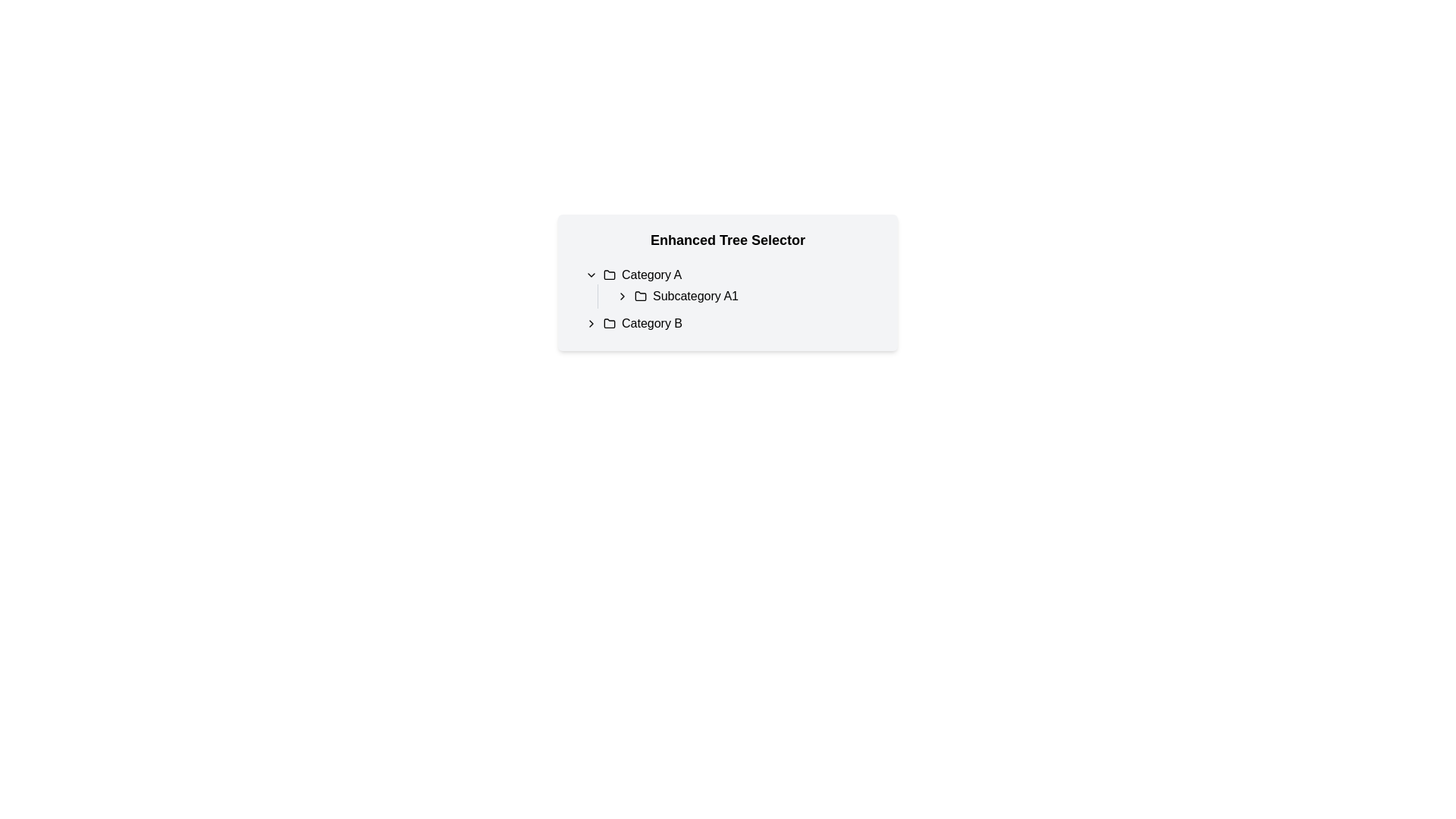 The width and height of the screenshot is (1456, 819). What do you see at coordinates (610, 275) in the screenshot?
I see `the folder icon resembling a folder with rounded corners and arcs at the top, located under 'Category A' before 'Subcategory A1'` at bounding box center [610, 275].